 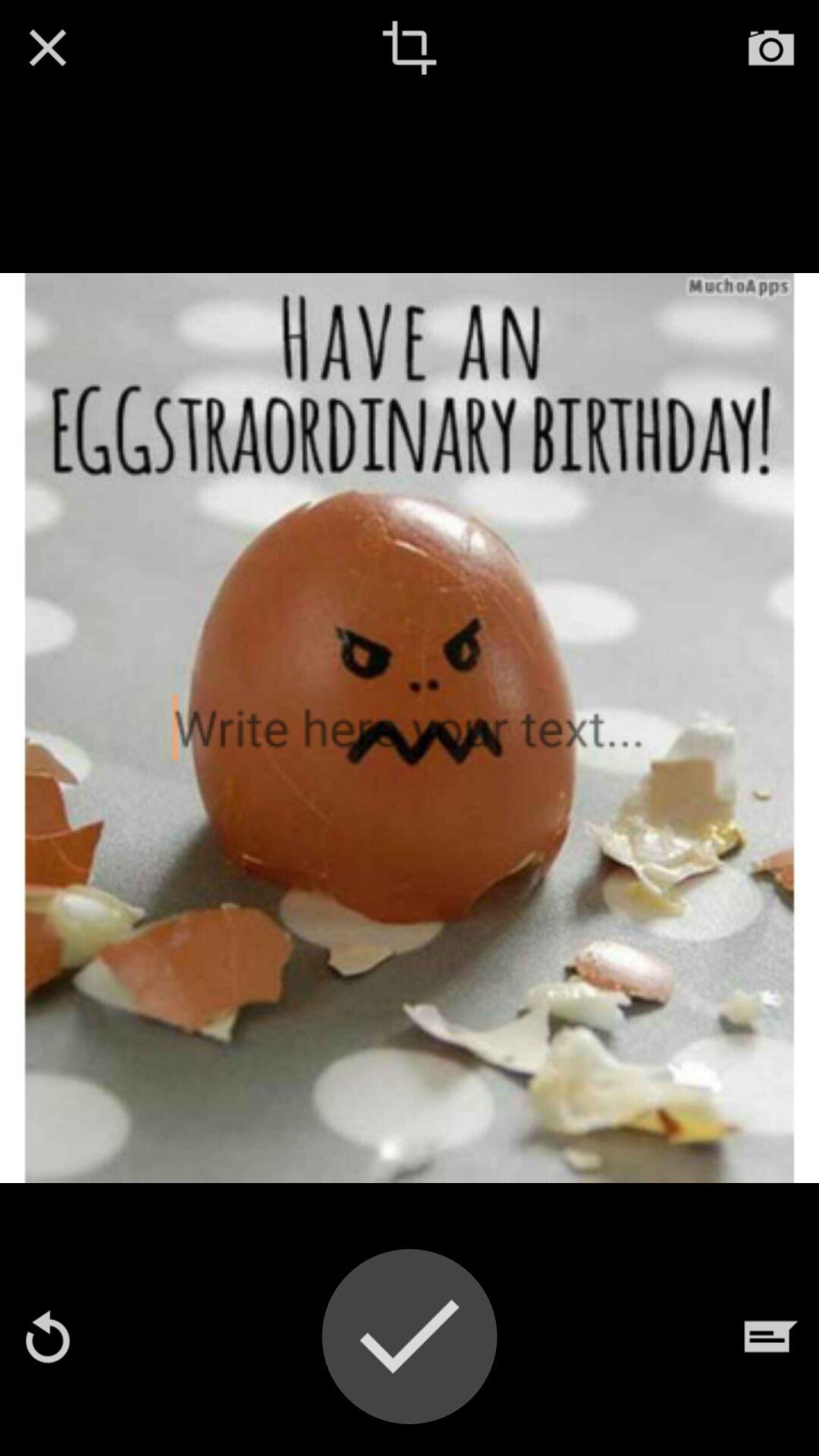 What do you see at coordinates (46, 47) in the screenshot?
I see `cancel` at bounding box center [46, 47].